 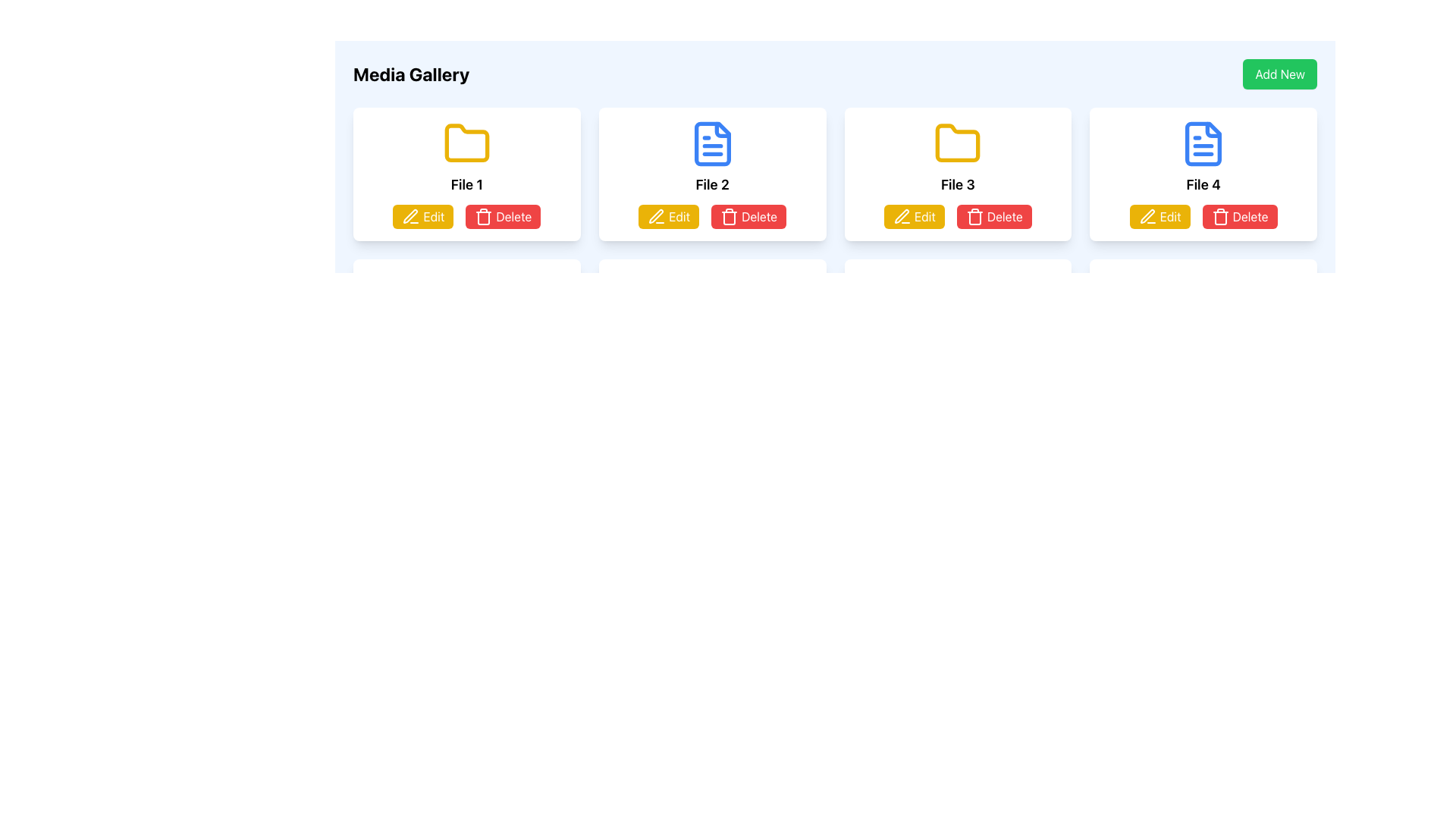 What do you see at coordinates (1203, 143) in the screenshot?
I see `the blue icon resembling a stylized document with lines representing text and a folded corner, which is the first element within the card labeled 'File 4' under the heading 'Media Gallery'` at bounding box center [1203, 143].